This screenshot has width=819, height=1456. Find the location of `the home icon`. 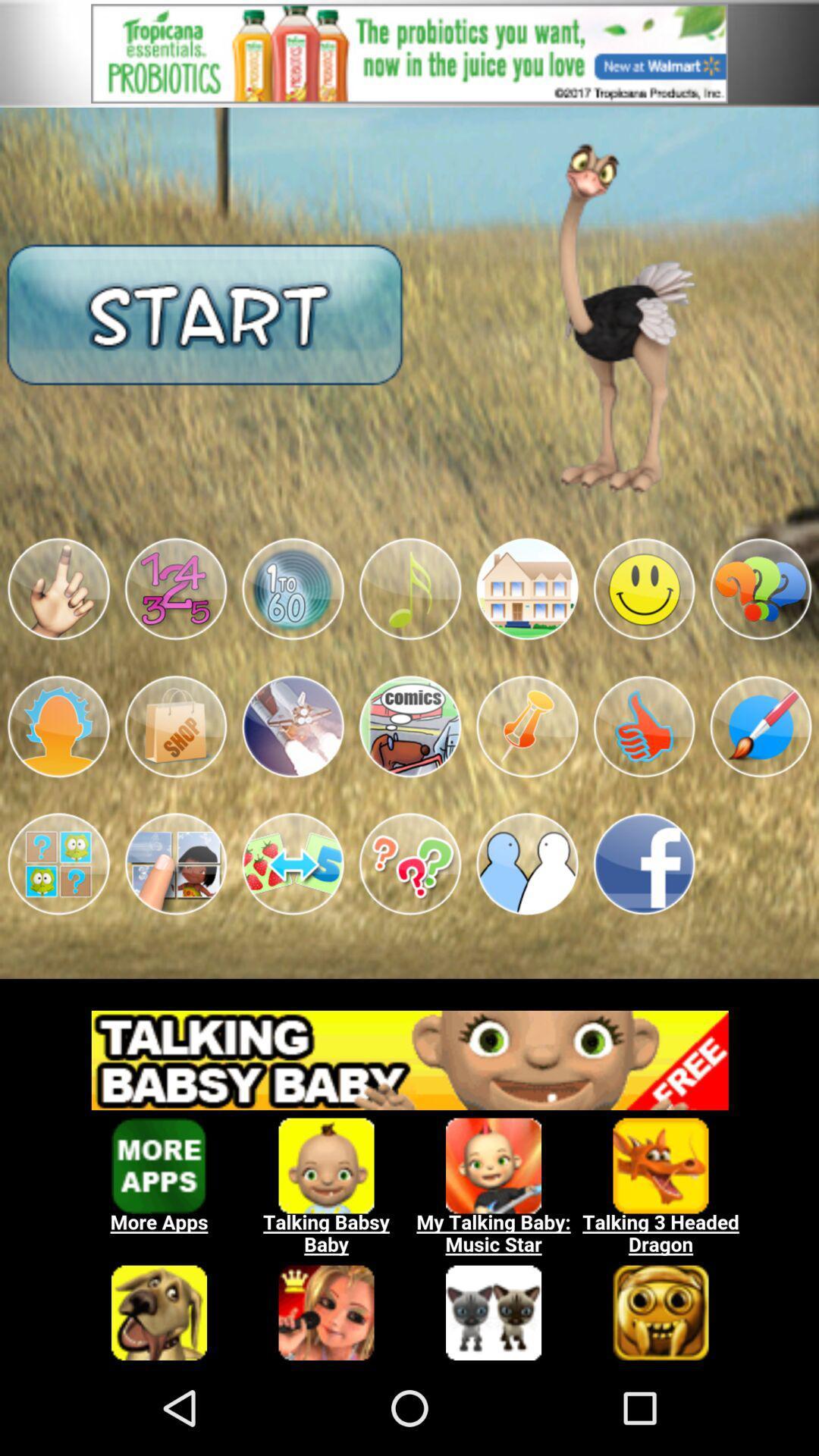

the home icon is located at coordinates (526, 630).